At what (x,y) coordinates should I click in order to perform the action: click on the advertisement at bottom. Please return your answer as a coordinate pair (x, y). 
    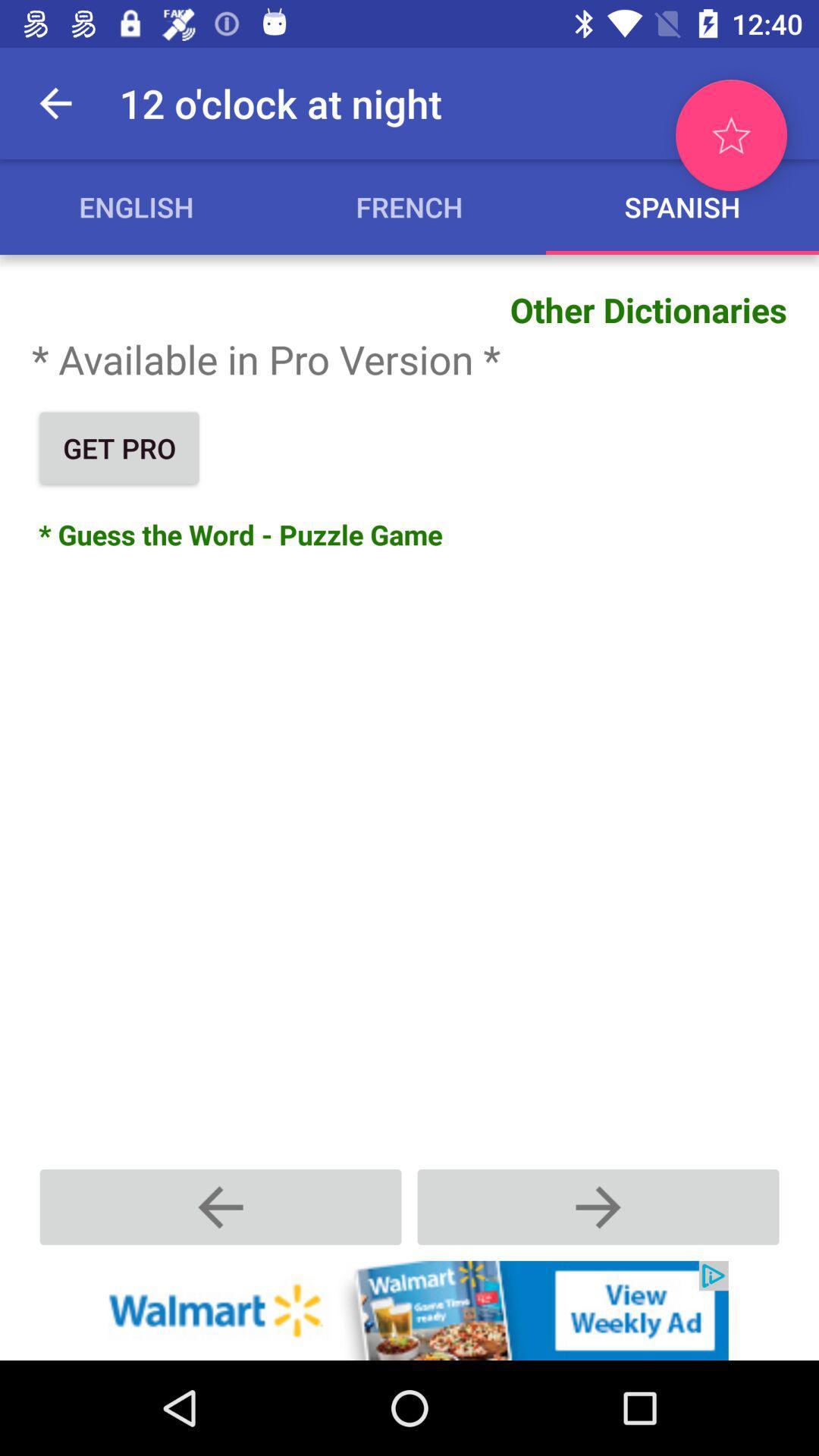
    Looking at the image, I should click on (409, 1310).